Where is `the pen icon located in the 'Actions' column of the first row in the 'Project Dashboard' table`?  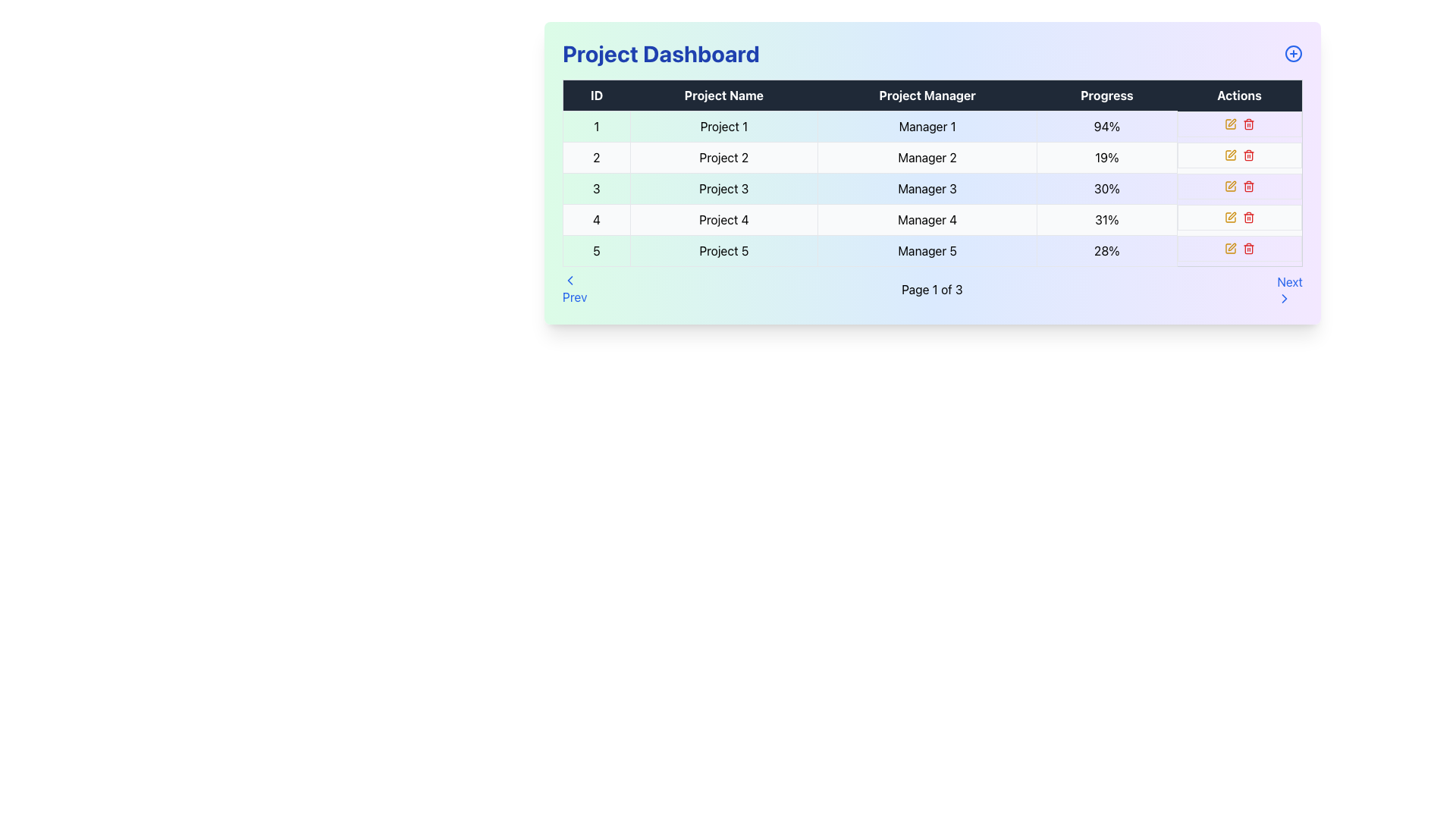
the pen icon located in the 'Actions' column of the first row in the 'Project Dashboard' table is located at coordinates (1232, 215).